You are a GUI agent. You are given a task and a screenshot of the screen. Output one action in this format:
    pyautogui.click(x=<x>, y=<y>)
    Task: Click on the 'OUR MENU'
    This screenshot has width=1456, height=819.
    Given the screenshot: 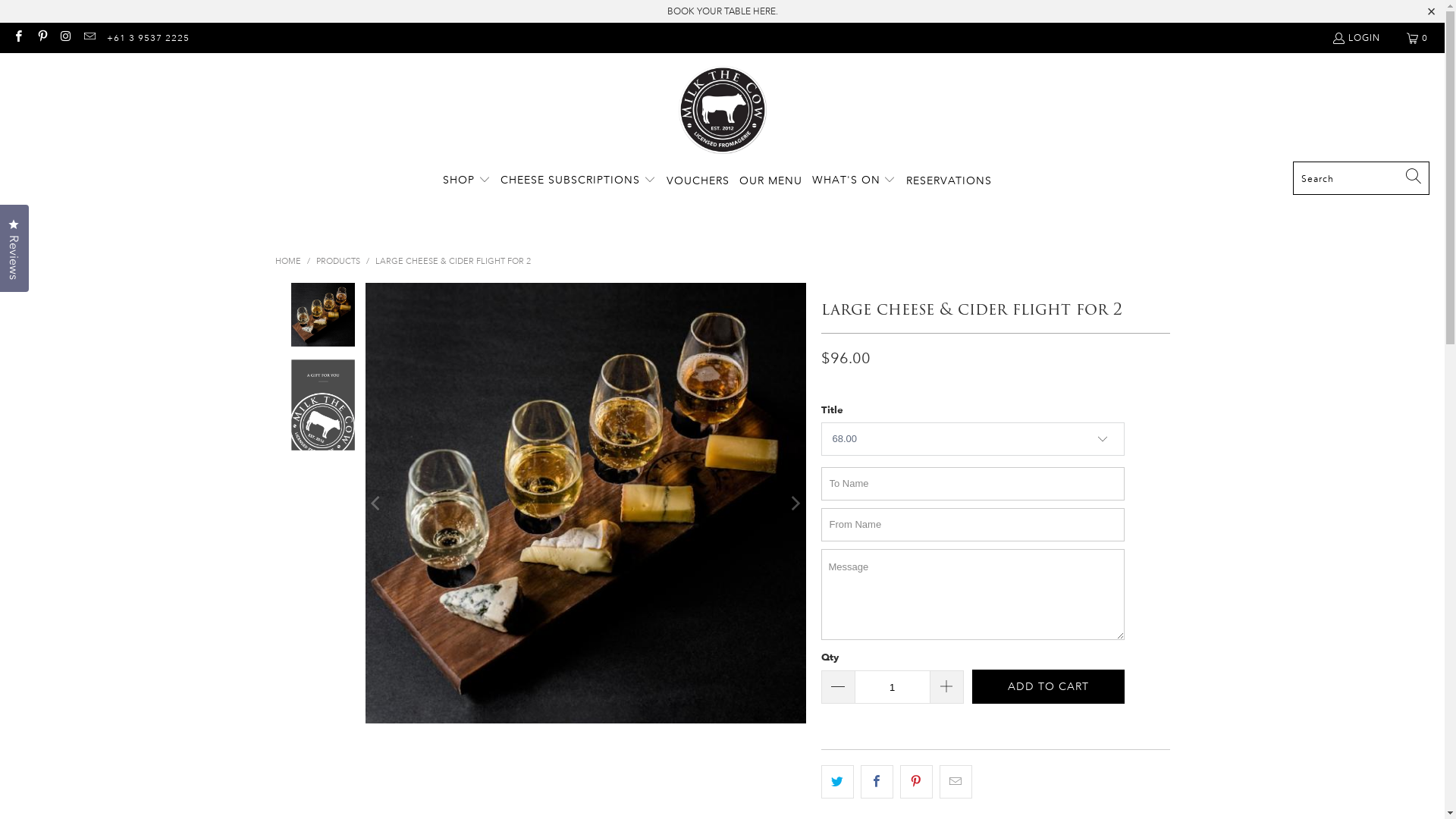 What is the action you would take?
    pyautogui.click(x=770, y=180)
    